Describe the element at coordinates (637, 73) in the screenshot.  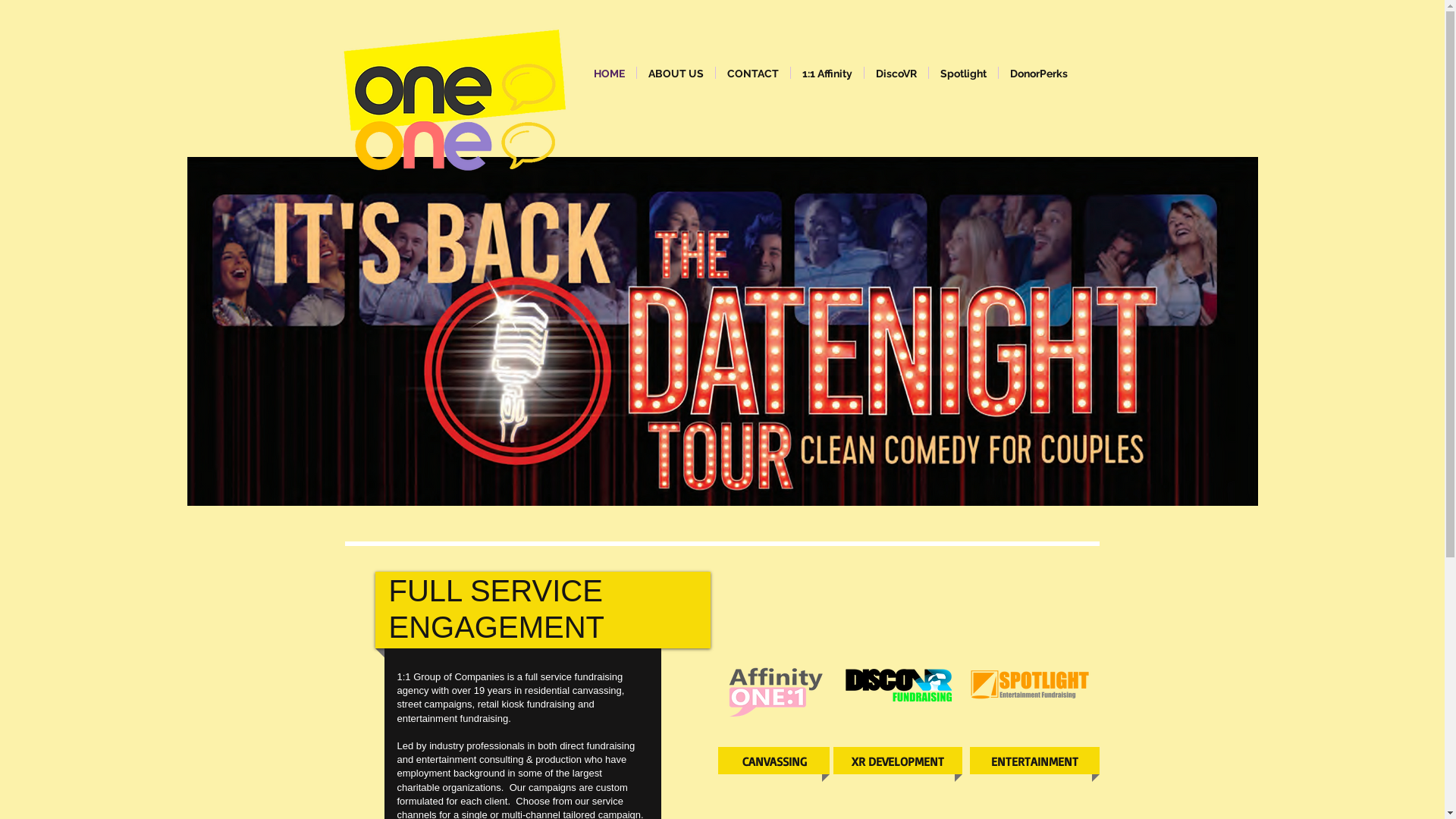
I see `'ABOUT US'` at that location.